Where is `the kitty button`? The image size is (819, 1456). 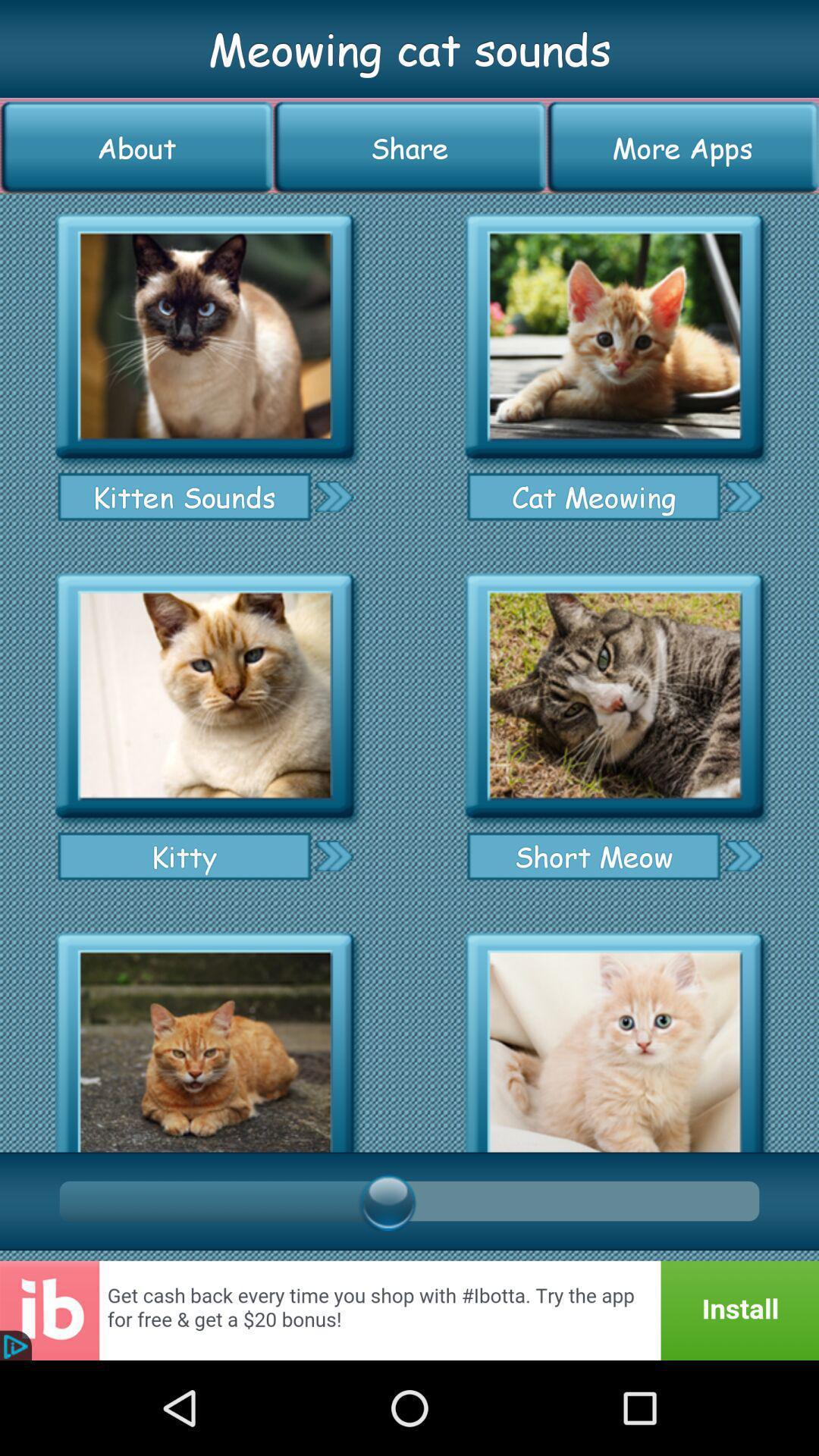 the kitty button is located at coordinates (184, 856).